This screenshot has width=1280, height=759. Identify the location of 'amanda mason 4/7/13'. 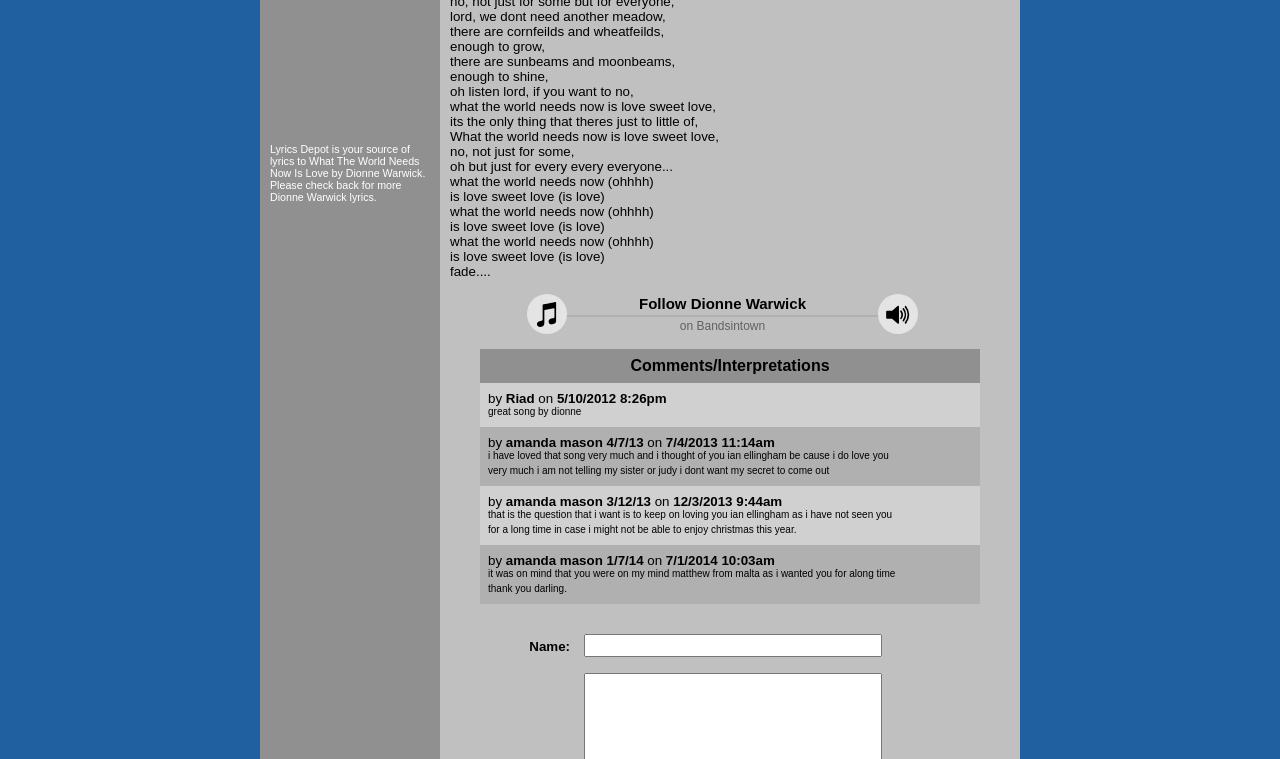
(572, 442).